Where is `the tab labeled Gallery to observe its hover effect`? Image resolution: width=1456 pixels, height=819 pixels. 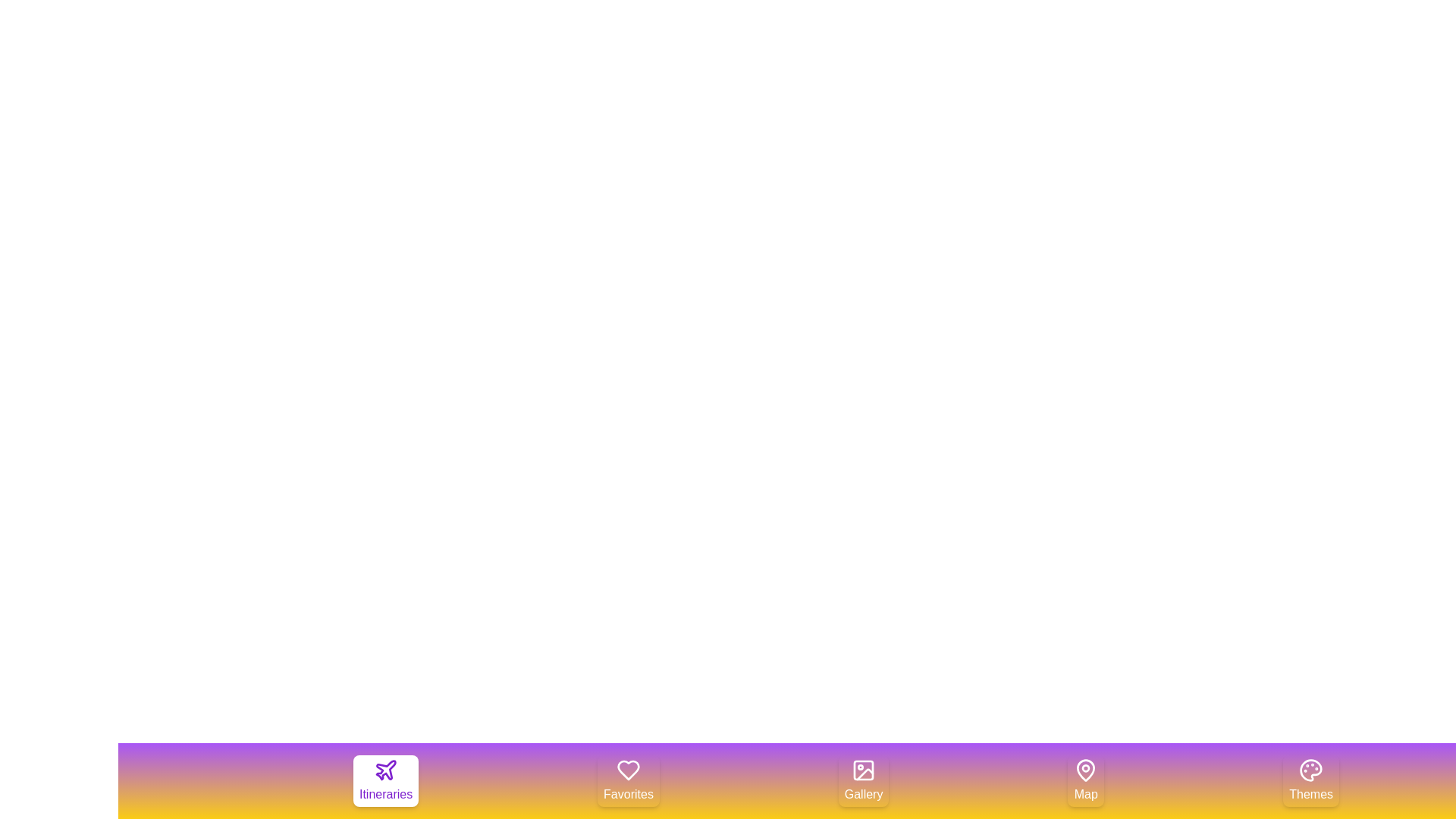 the tab labeled Gallery to observe its hover effect is located at coordinates (864, 780).